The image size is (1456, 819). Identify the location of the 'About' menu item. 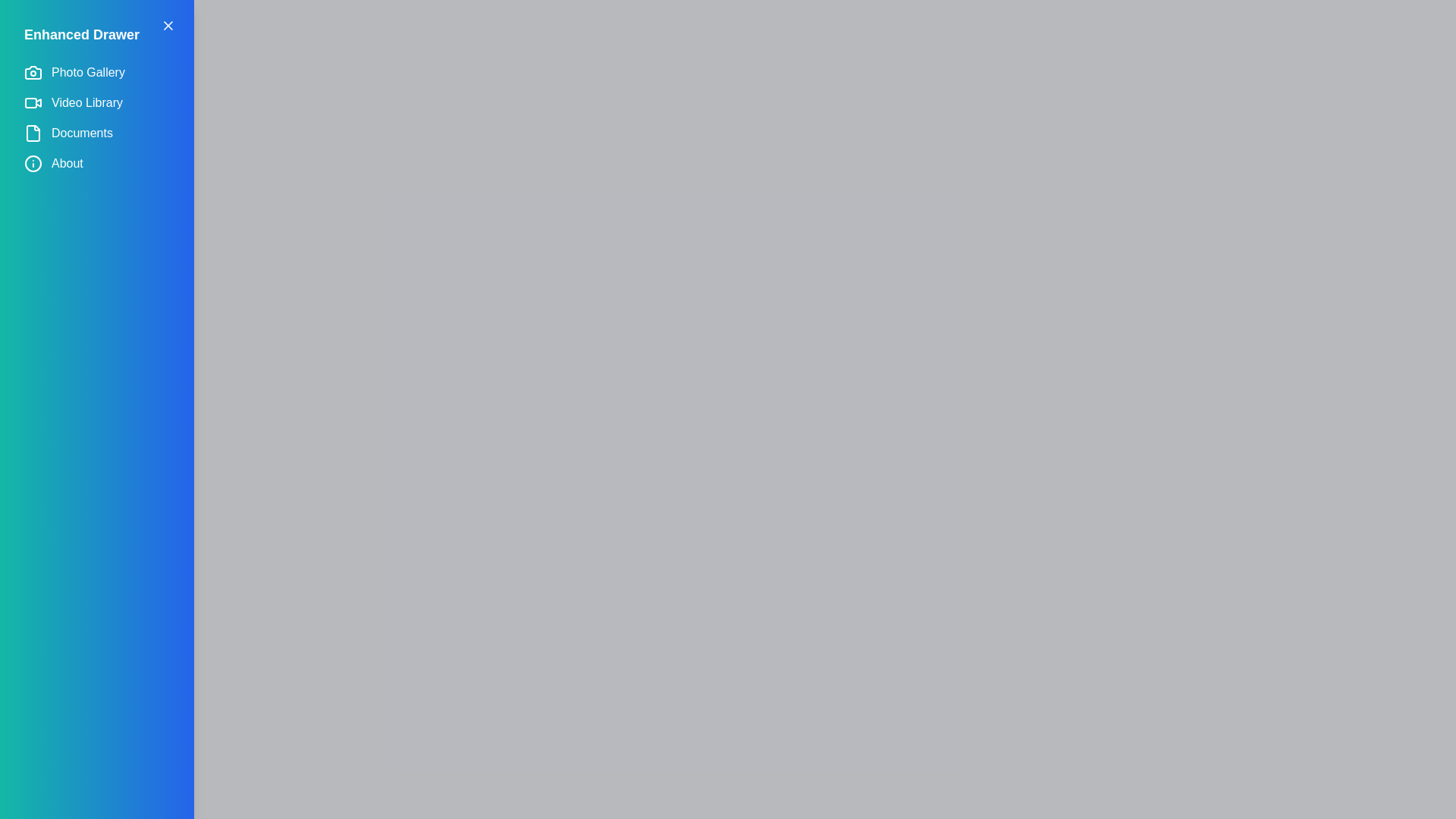
(96, 164).